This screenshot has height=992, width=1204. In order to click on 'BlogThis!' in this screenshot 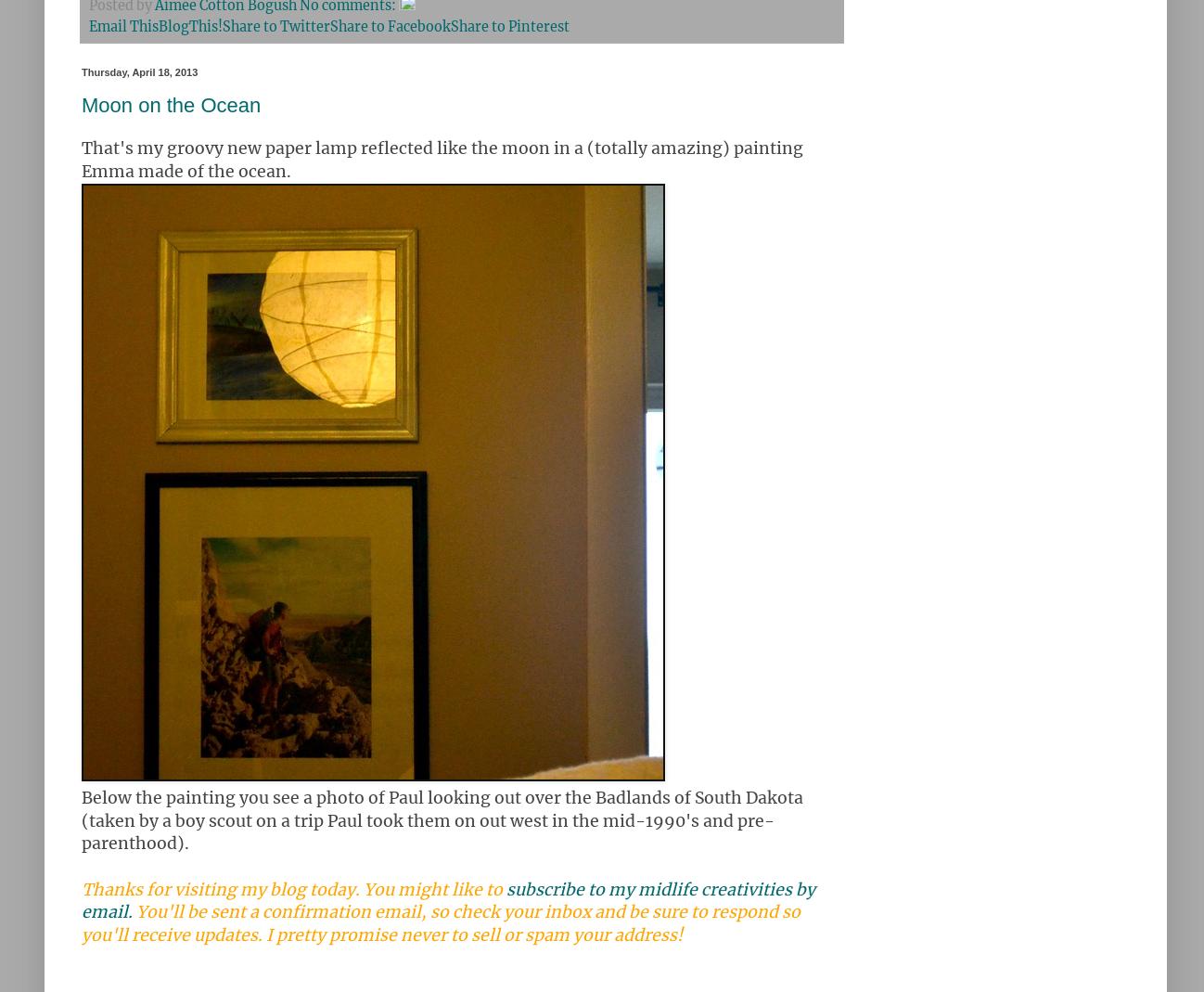, I will do `click(190, 25)`.